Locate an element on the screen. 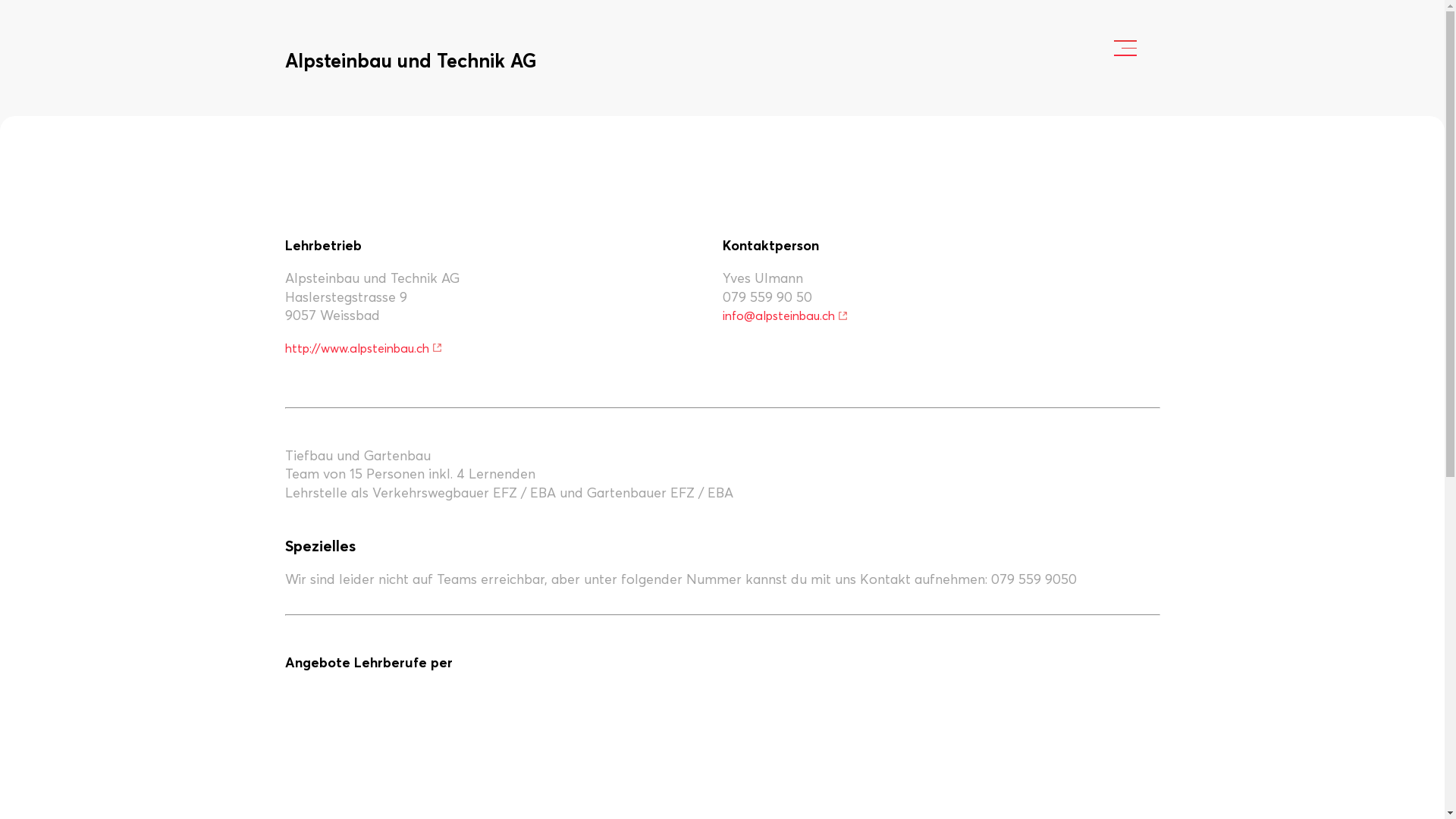  'http://www.alpsteinbau.ch' is located at coordinates (364, 348).